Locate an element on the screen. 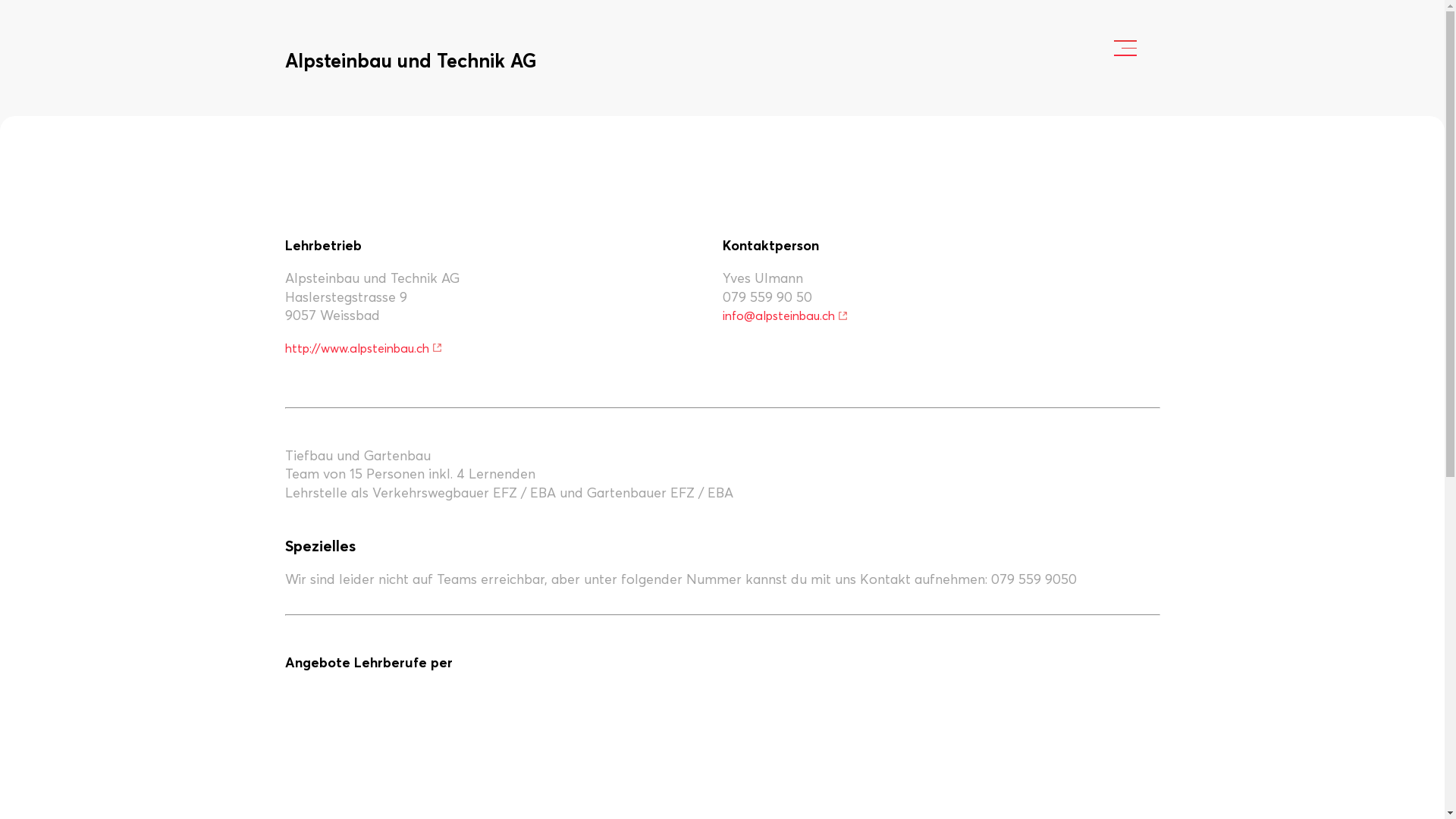  'http://www.alpsteinbau.ch' is located at coordinates (364, 348).